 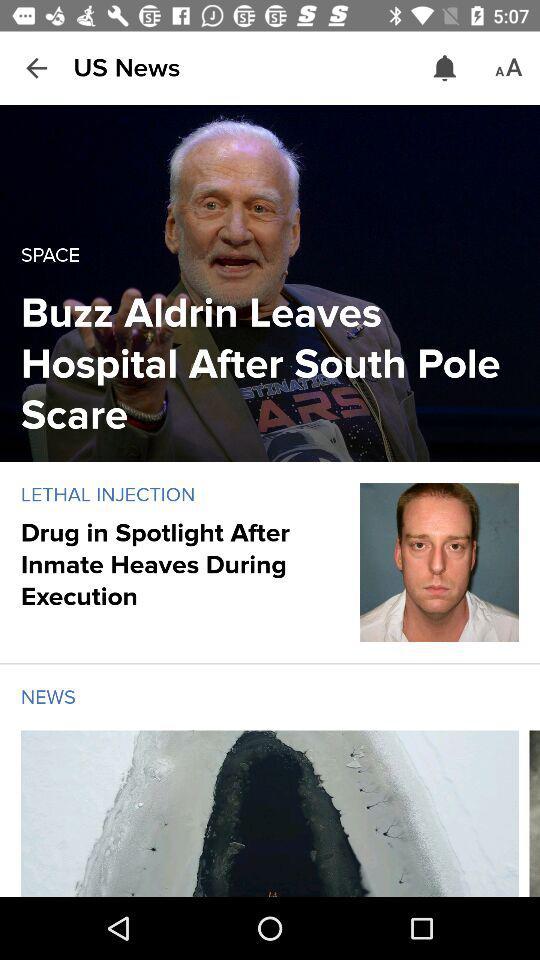 I want to click on this is news image, so click(x=270, y=813).